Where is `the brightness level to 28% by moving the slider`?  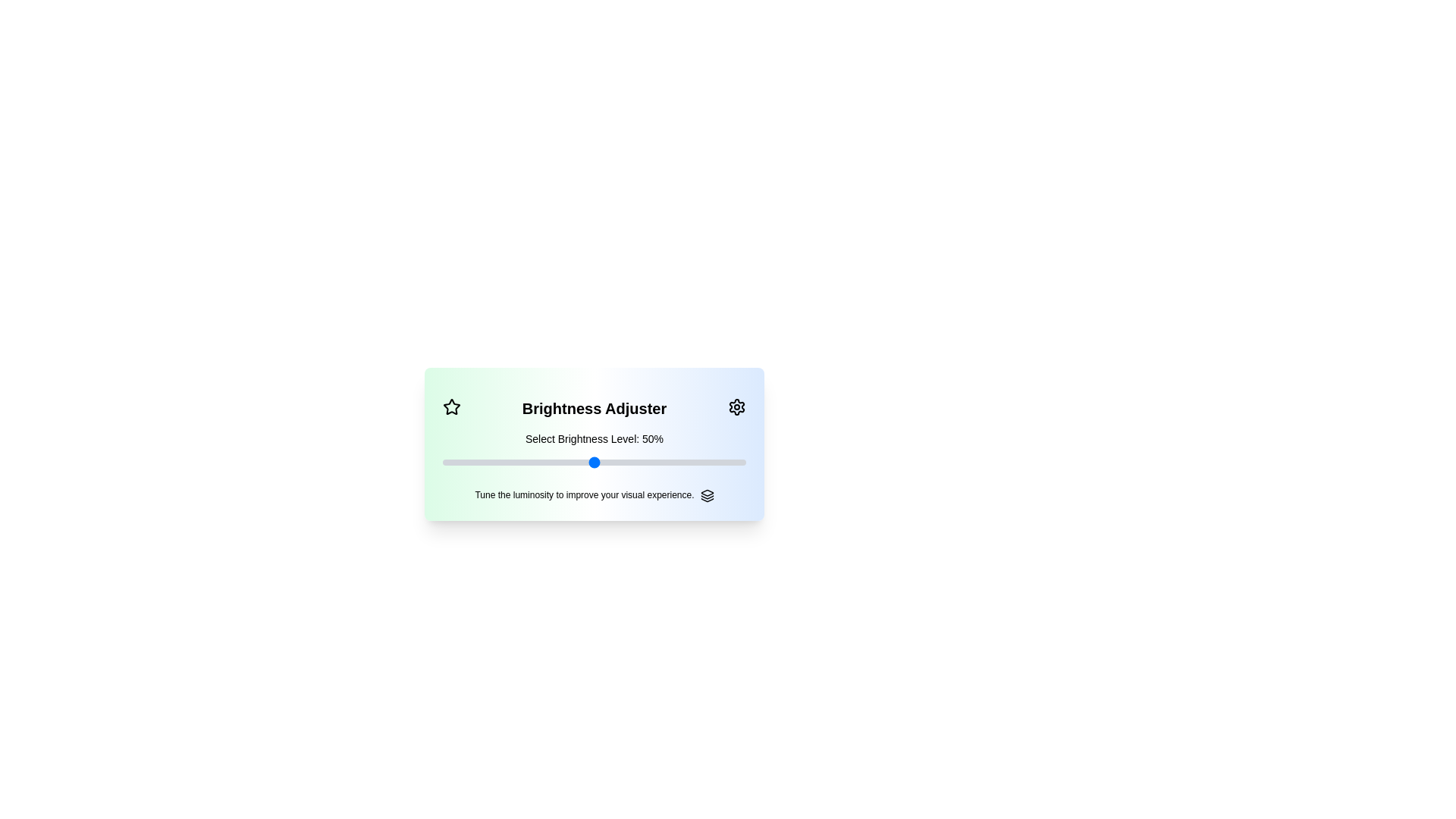 the brightness level to 28% by moving the slider is located at coordinates (528, 461).